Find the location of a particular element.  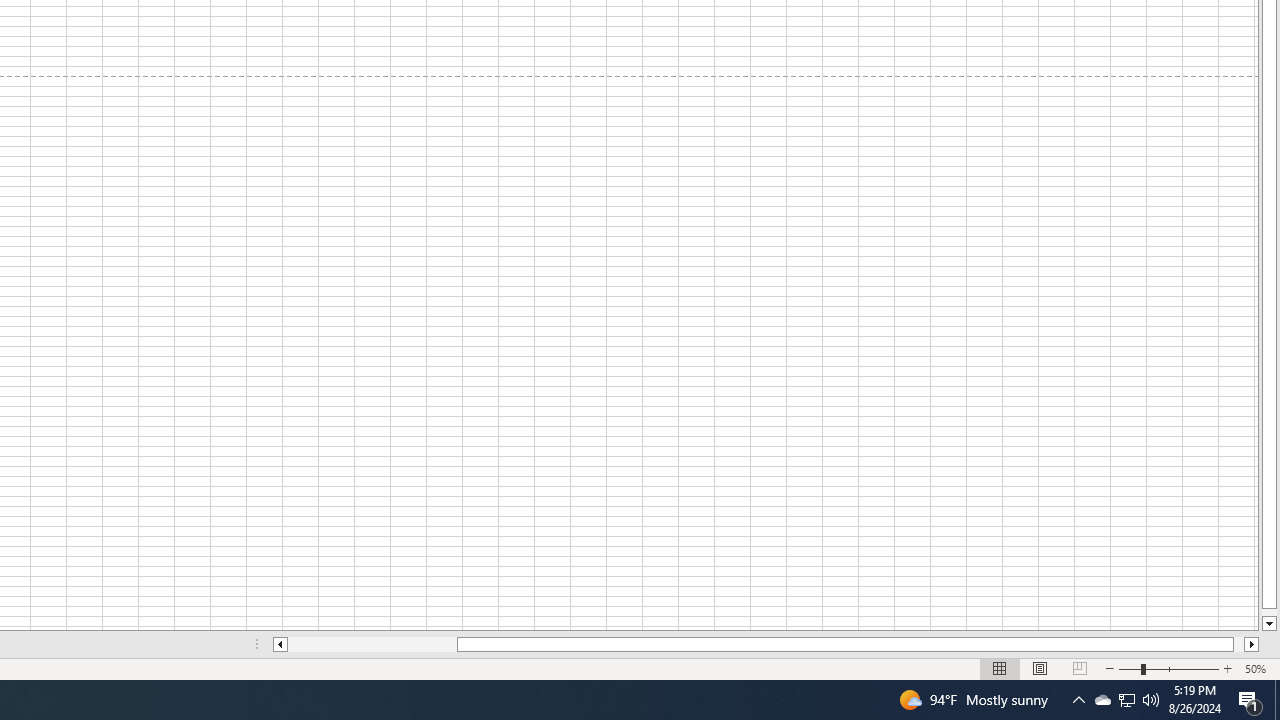

'Page down' is located at coordinates (1268, 611).